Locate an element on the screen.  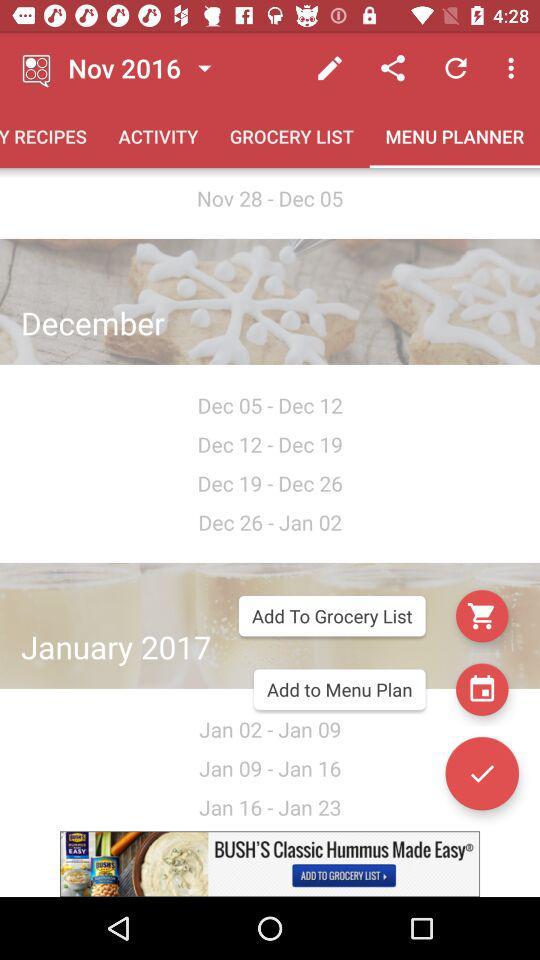
shopping cart is located at coordinates (481, 615).